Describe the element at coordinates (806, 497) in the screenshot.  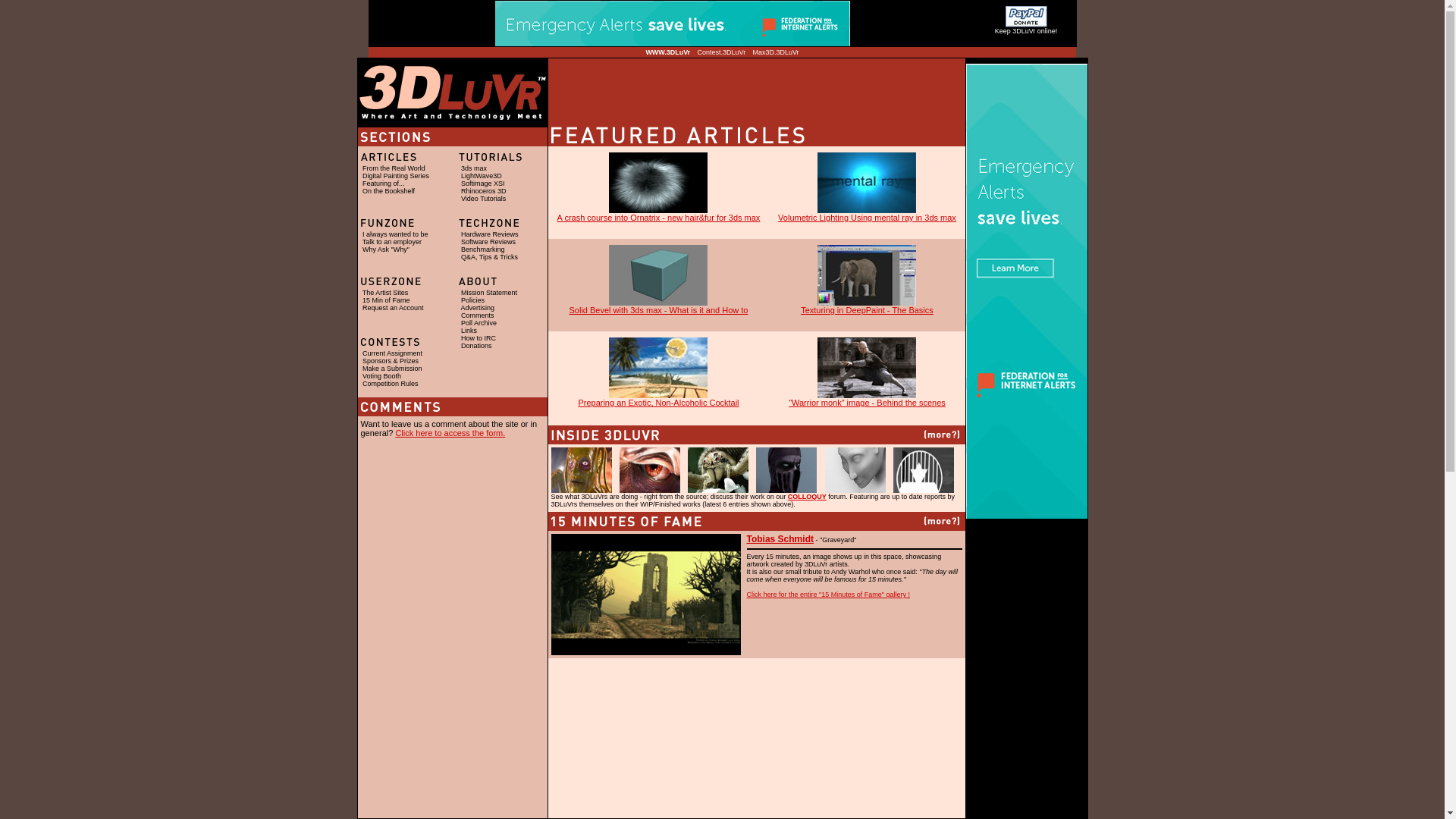
I see `'COLLOQUY'` at that location.